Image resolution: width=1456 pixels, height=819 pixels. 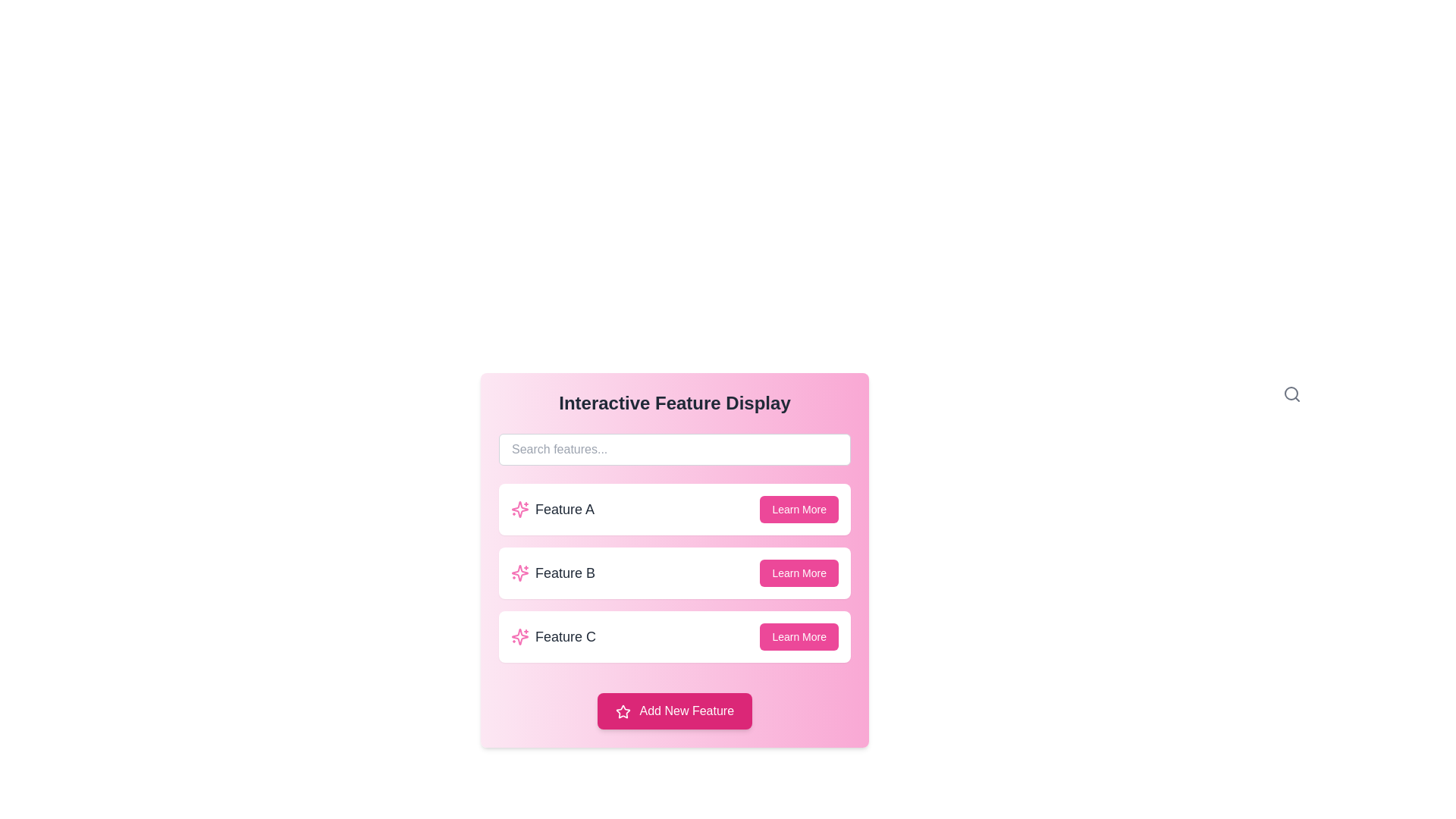 I want to click on the text label displaying 'Feature B', which is located in the second row of the feature list, positioned between a pink sparkle icon and a 'Learn More' button, so click(x=552, y=573).